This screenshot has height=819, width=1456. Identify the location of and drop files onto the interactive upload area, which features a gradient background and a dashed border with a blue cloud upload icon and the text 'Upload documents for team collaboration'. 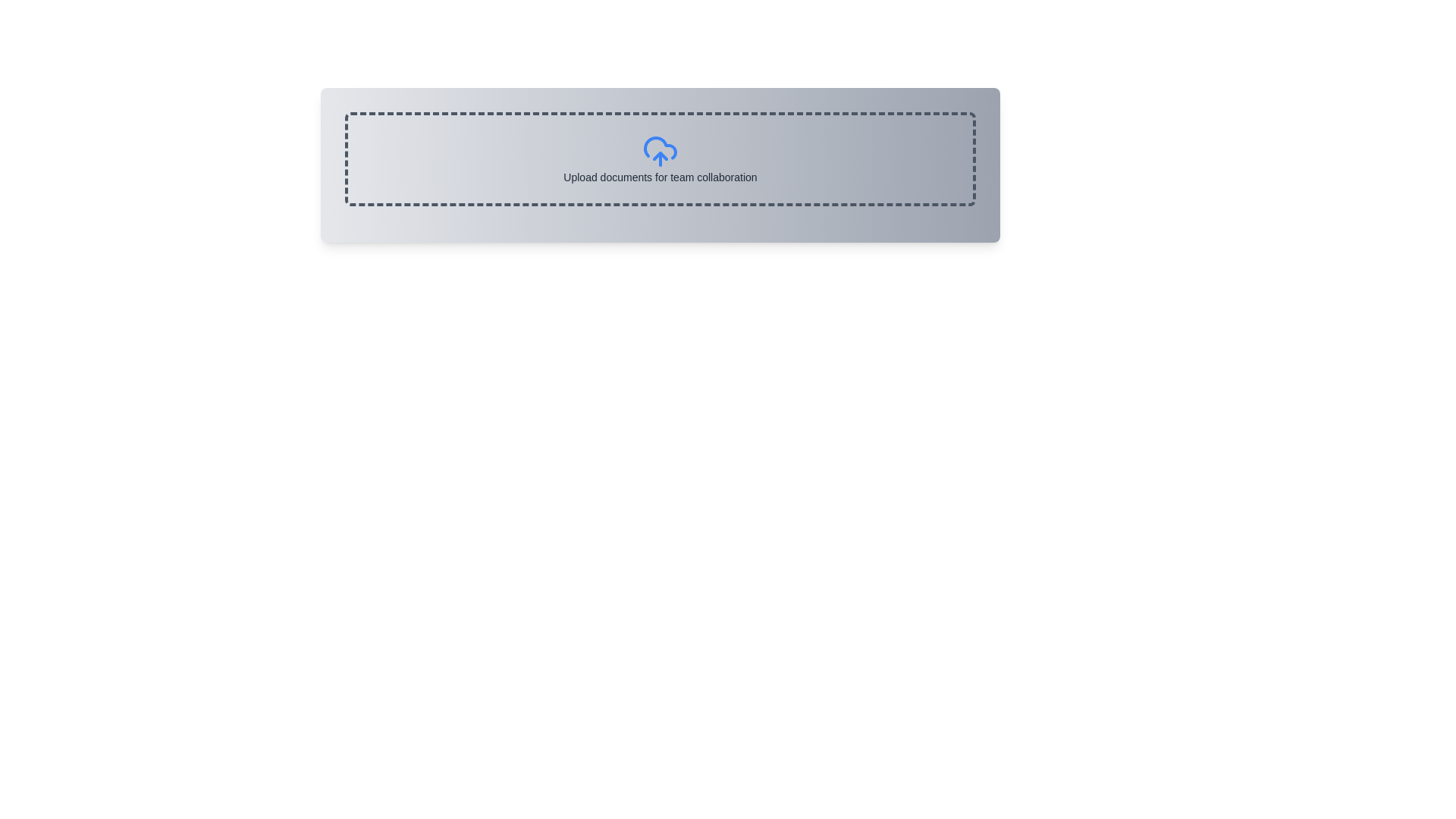
(660, 165).